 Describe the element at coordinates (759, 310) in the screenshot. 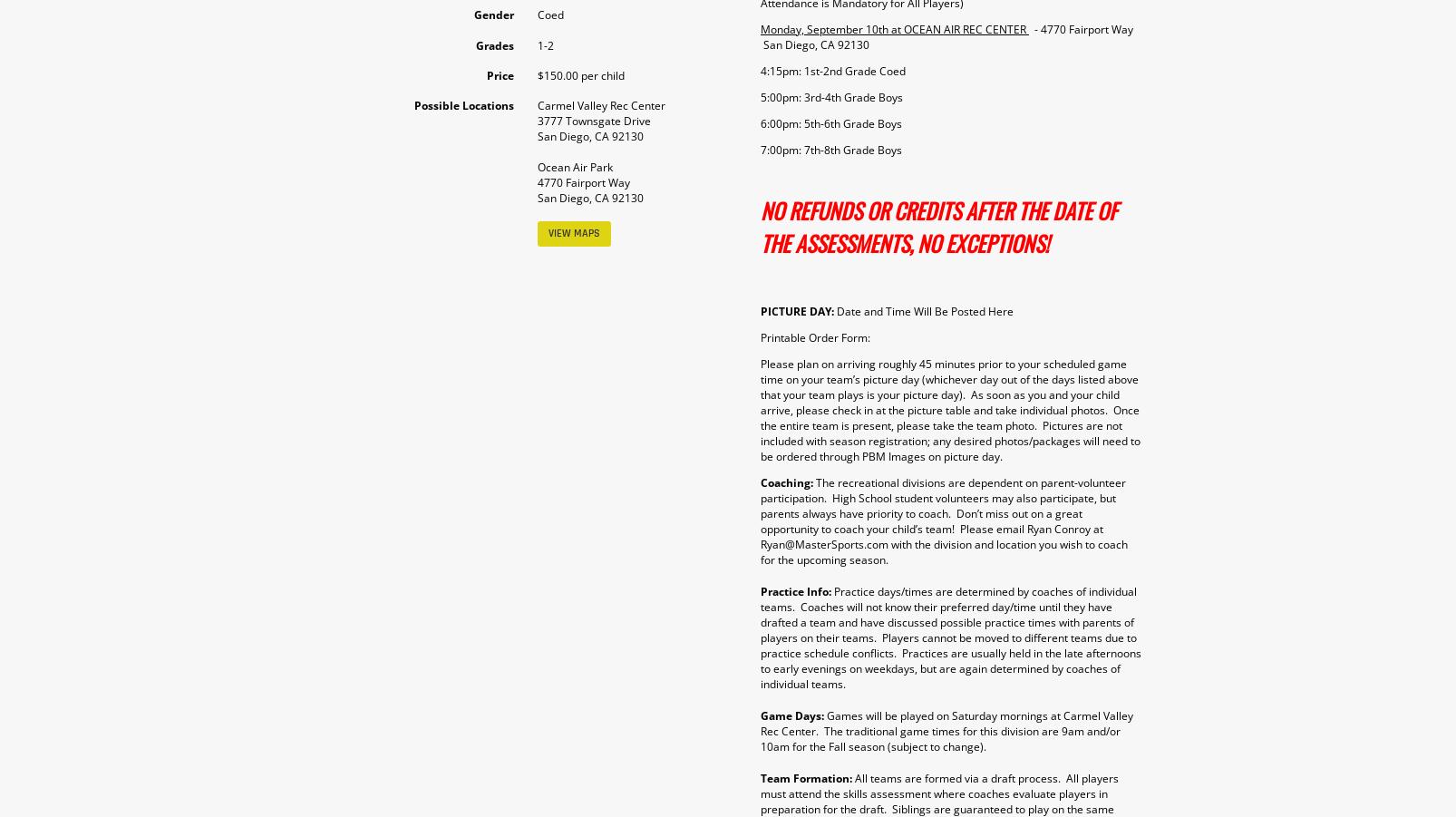

I see `'PIC'` at that location.